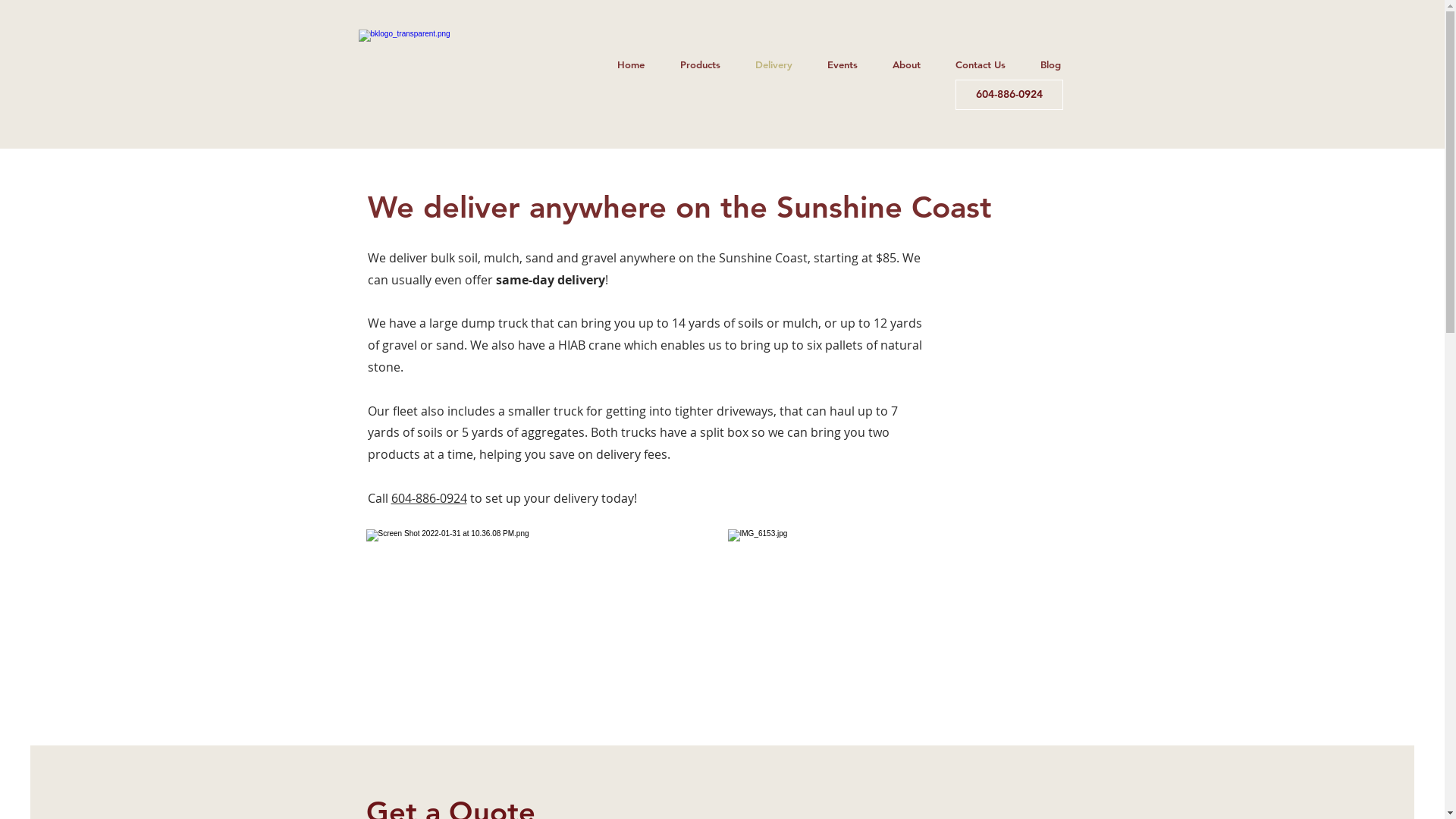 The image size is (1456, 819). Describe the element at coordinates (428, 497) in the screenshot. I see `'604-886-0924'` at that location.